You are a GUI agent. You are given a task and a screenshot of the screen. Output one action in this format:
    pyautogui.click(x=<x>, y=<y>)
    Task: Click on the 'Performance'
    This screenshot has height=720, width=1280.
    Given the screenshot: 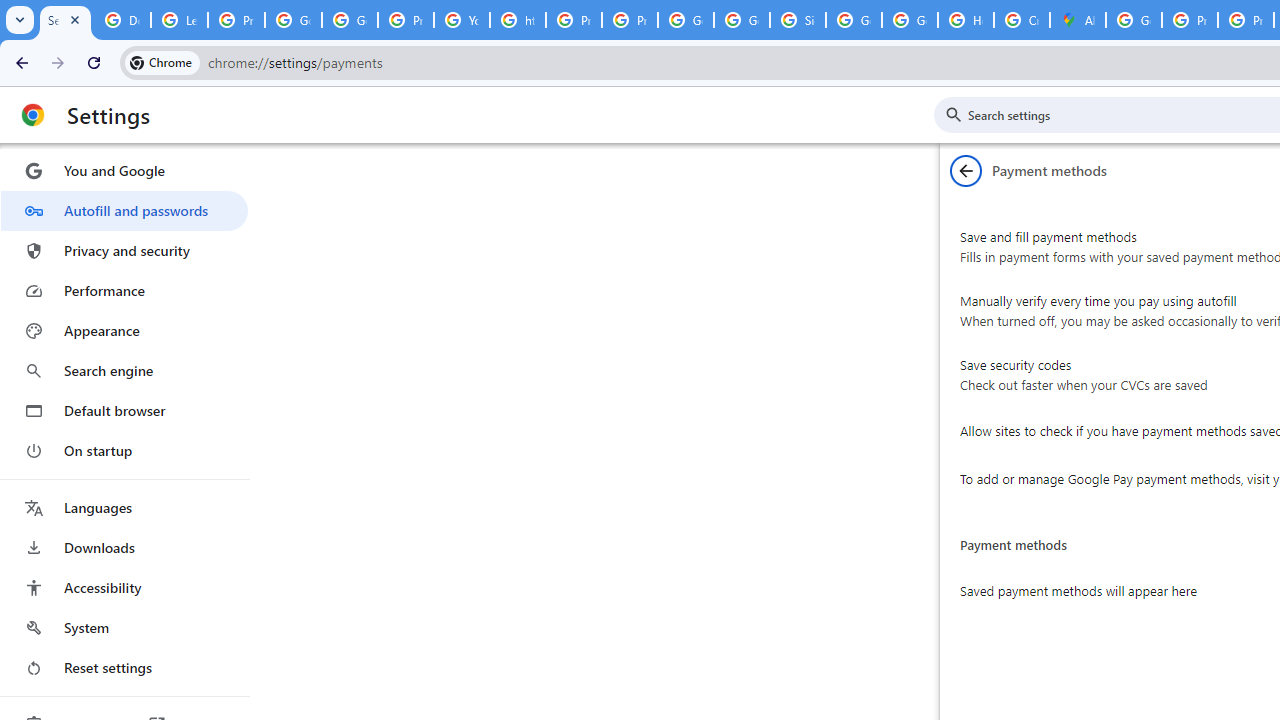 What is the action you would take?
    pyautogui.click(x=123, y=290)
    